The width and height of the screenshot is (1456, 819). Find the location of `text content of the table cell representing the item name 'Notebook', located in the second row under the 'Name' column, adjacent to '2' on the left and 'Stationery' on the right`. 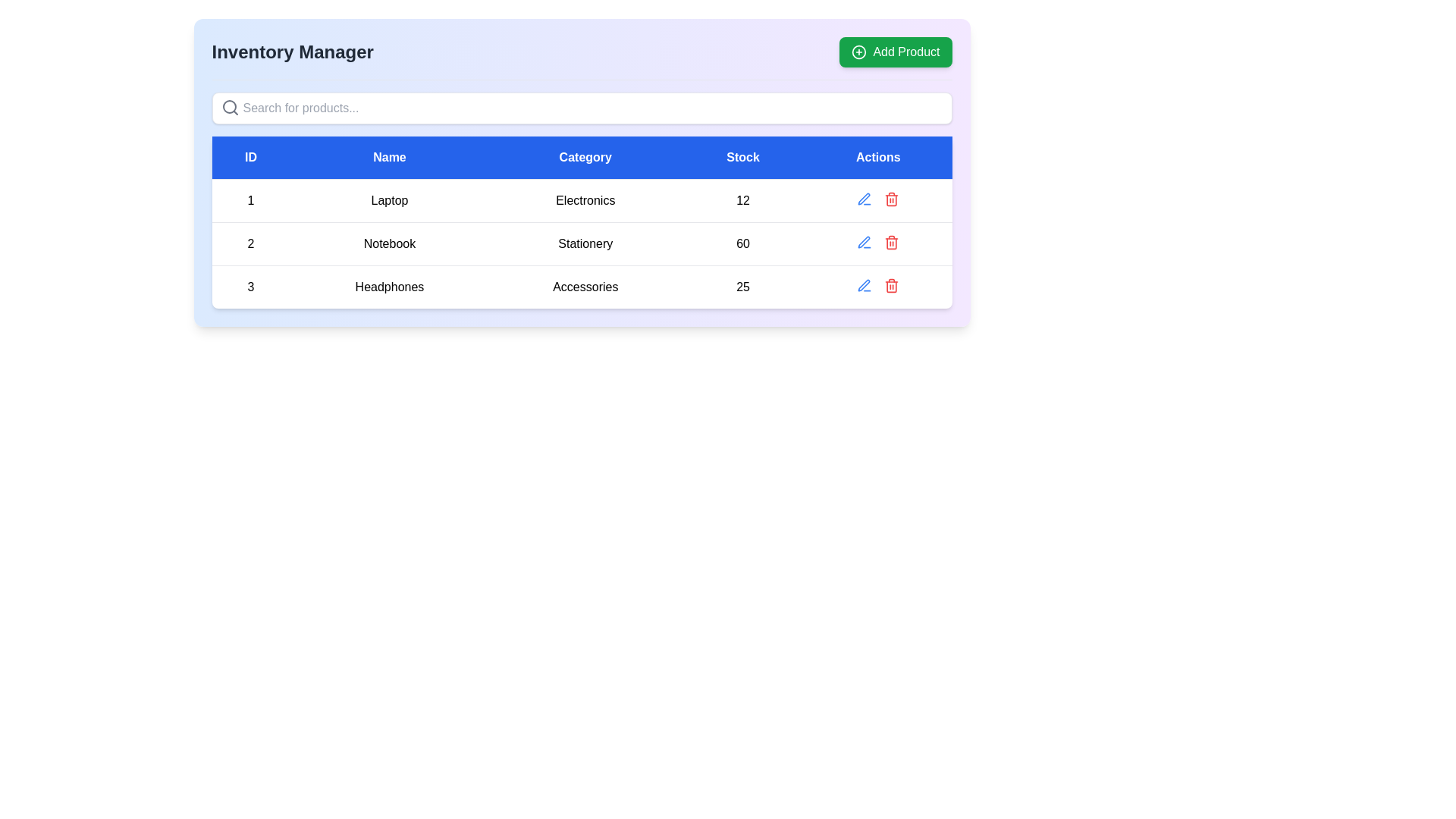

text content of the table cell representing the item name 'Notebook', located in the second row under the 'Name' column, adjacent to '2' on the left and 'Stationery' on the right is located at coordinates (389, 243).